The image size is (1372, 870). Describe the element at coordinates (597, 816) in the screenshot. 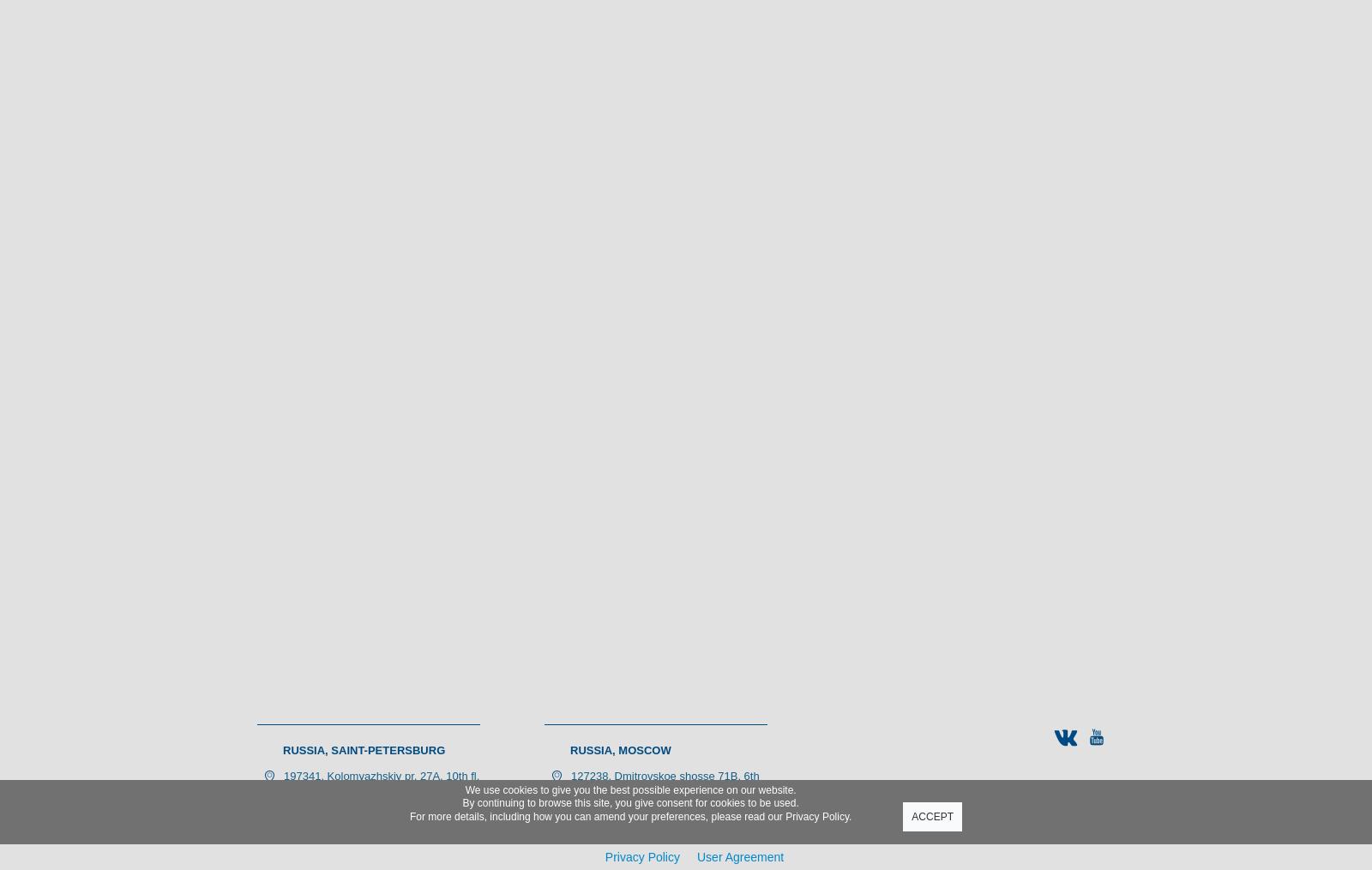

I see `'For more details, including how you can amend your preferences, please read our'` at that location.